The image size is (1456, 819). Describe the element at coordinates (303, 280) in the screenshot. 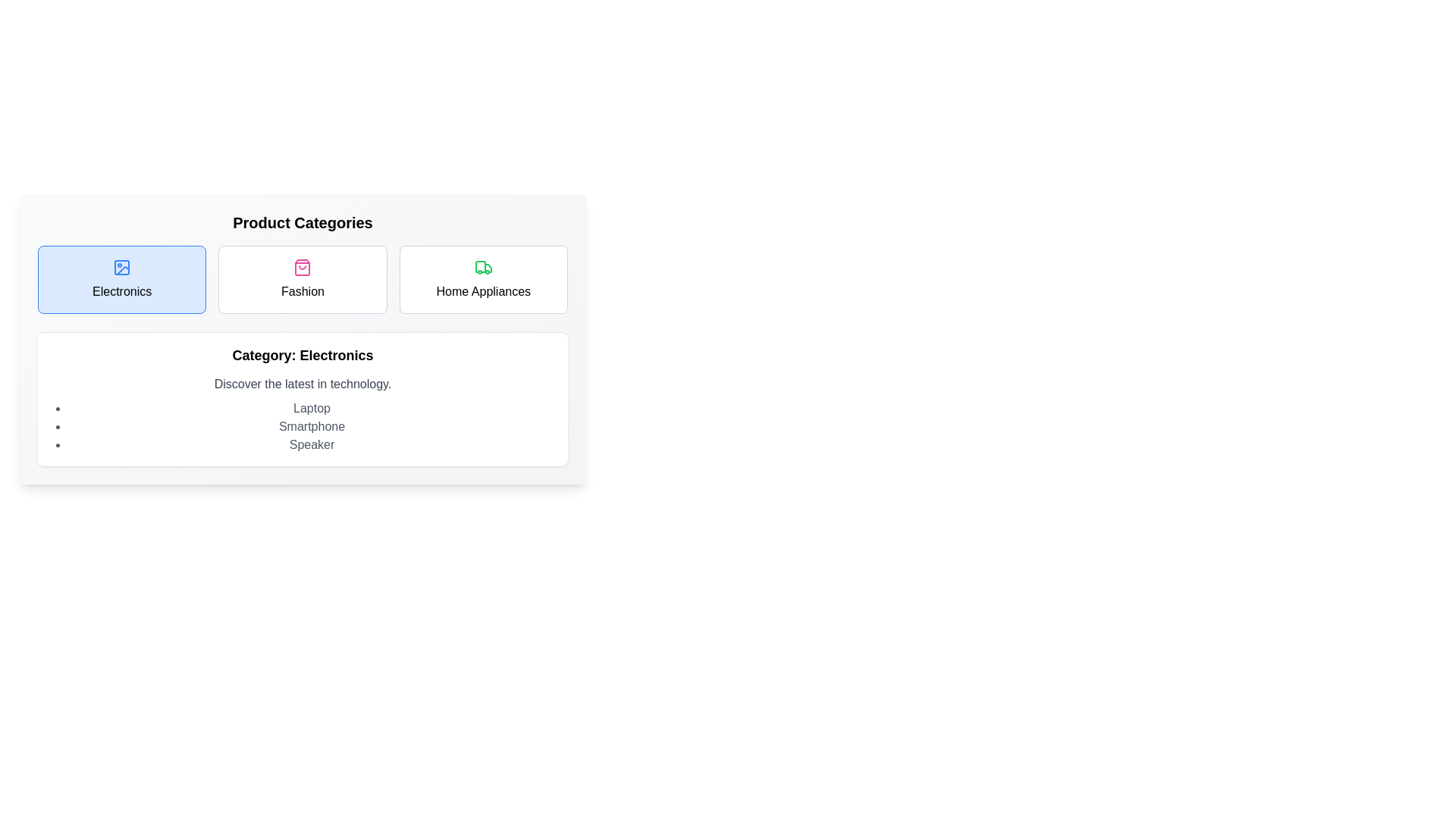

I see `the grid item in the navigation menu positioned centrally below the 'Product Categories' heading` at that location.